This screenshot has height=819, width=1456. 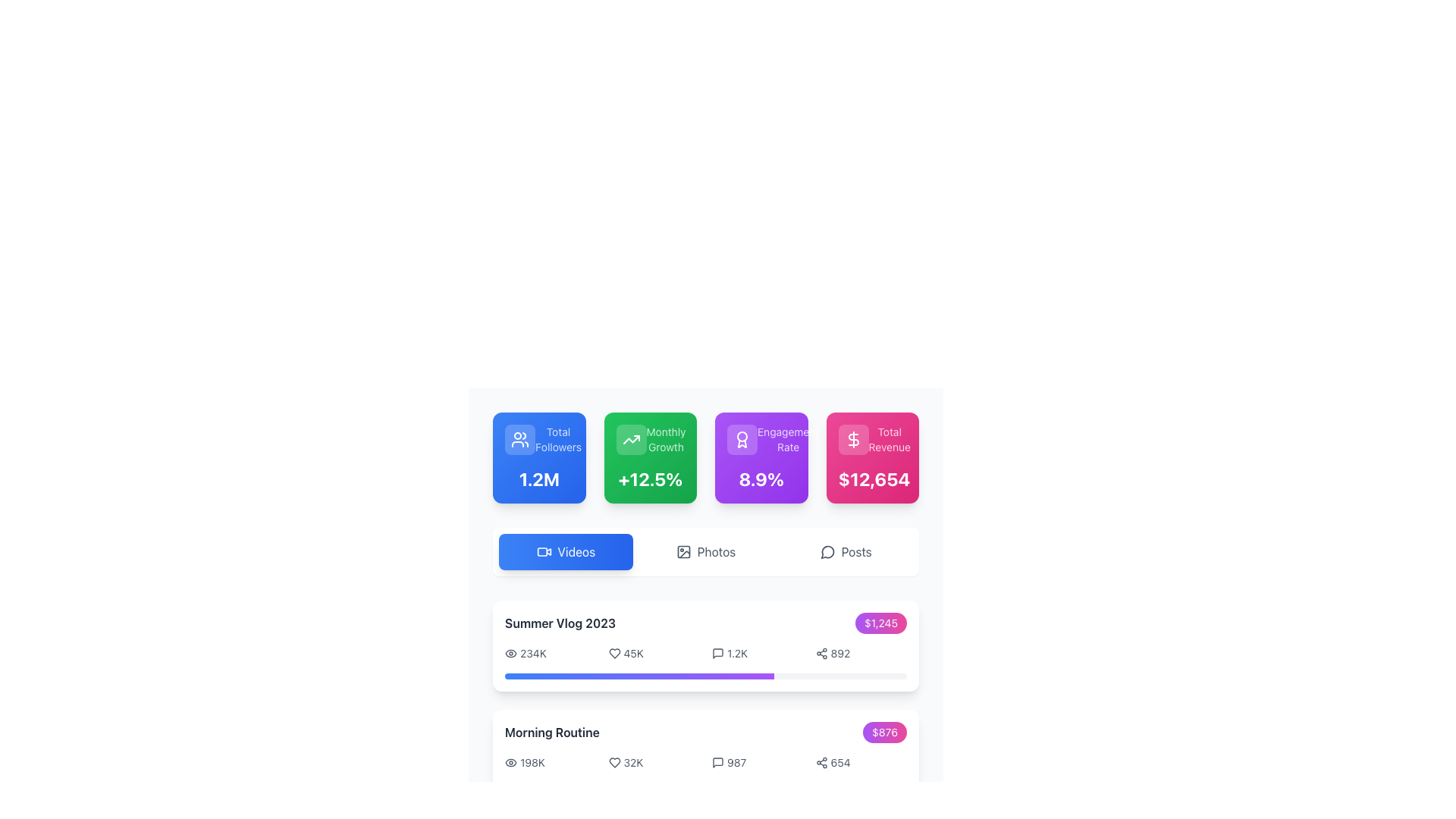 I want to click on the 'like' or 'favorite' icon located, so click(x=614, y=763).